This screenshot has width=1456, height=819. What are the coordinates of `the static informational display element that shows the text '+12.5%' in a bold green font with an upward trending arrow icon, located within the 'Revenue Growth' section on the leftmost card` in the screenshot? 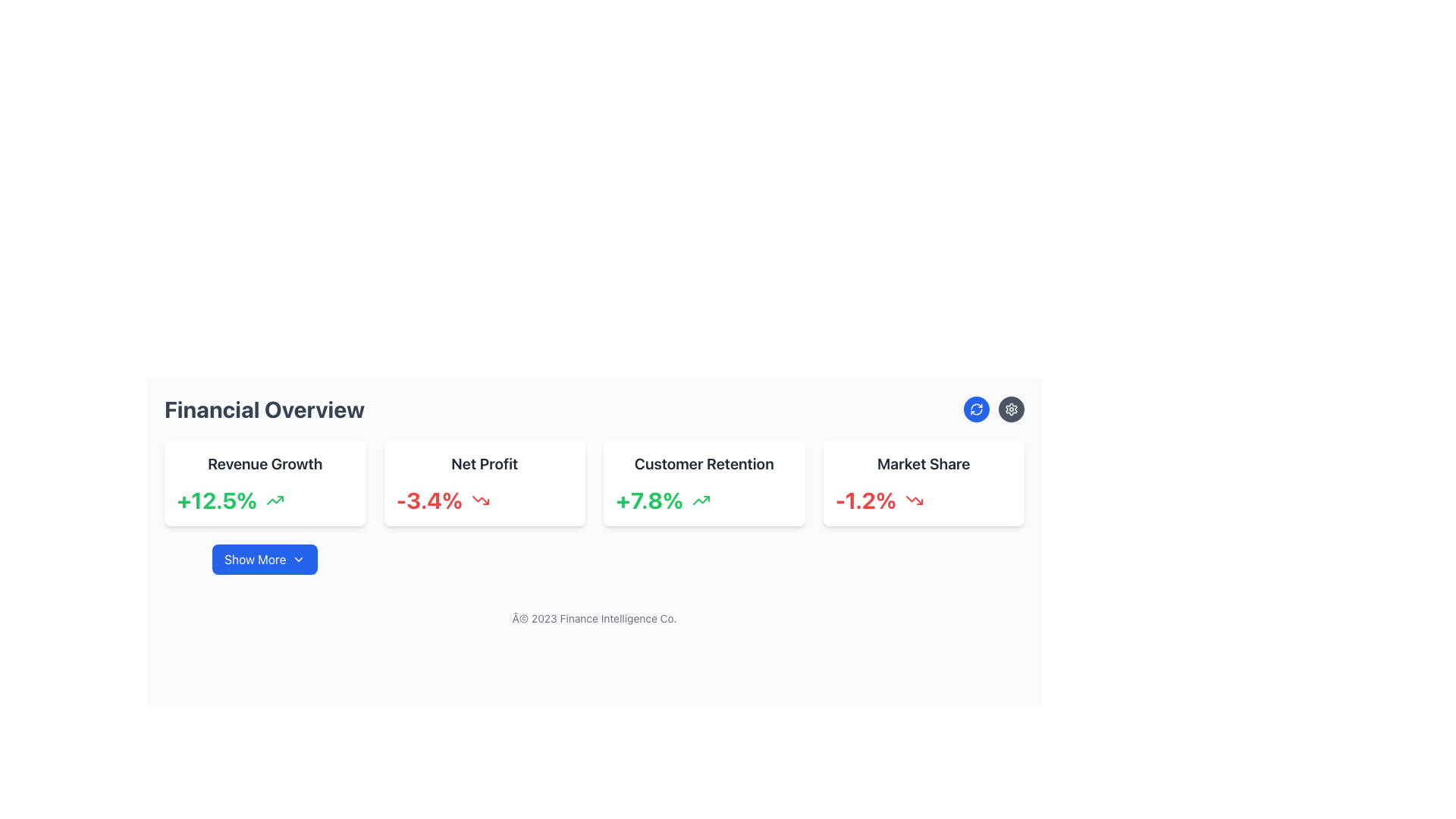 It's located at (265, 500).